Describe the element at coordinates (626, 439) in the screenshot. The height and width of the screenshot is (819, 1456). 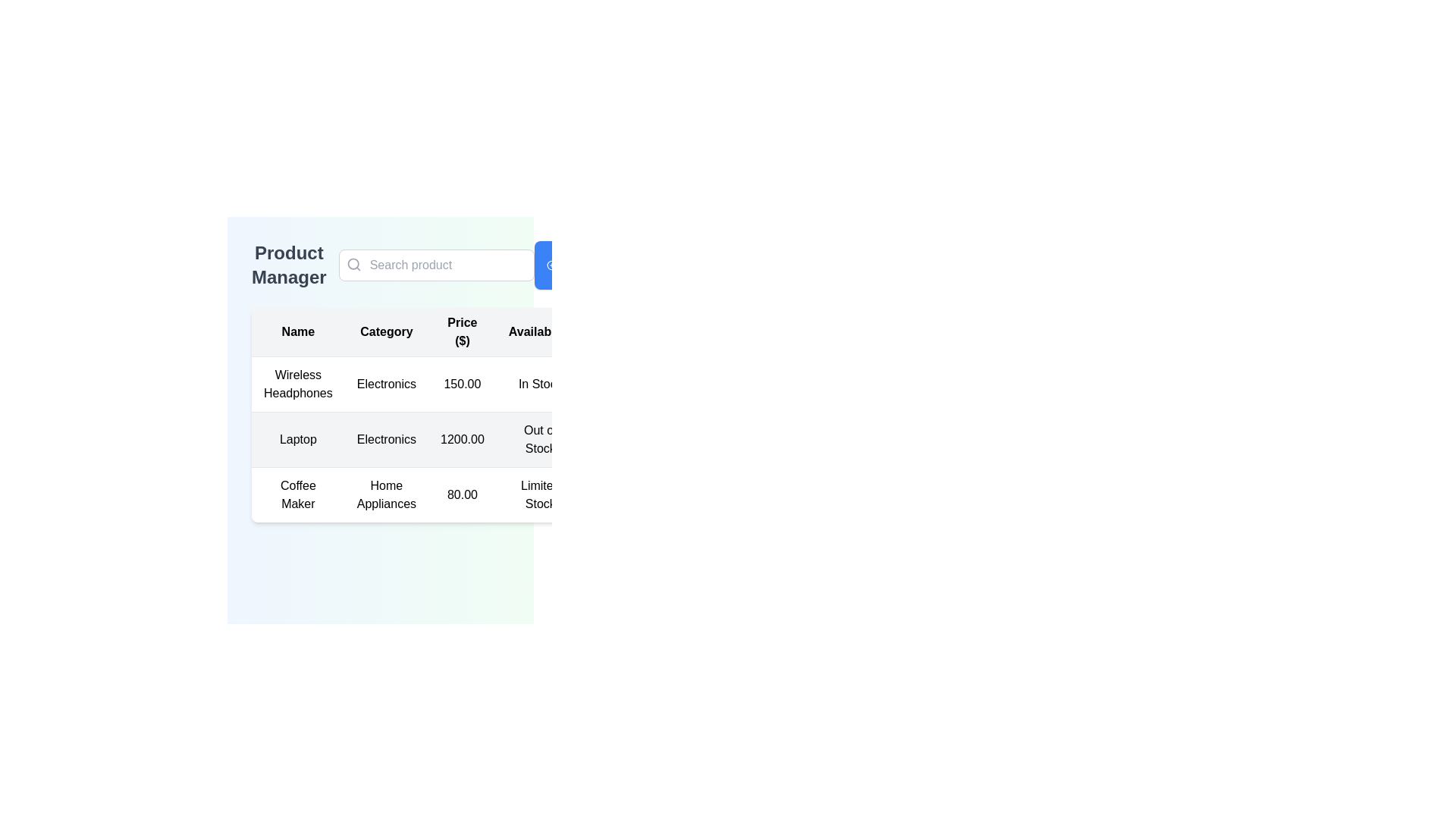
I see `the last empty table cell in the row related to the product 'Laptop', positioned to the right of the 'Out of Stock' cell` at that location.